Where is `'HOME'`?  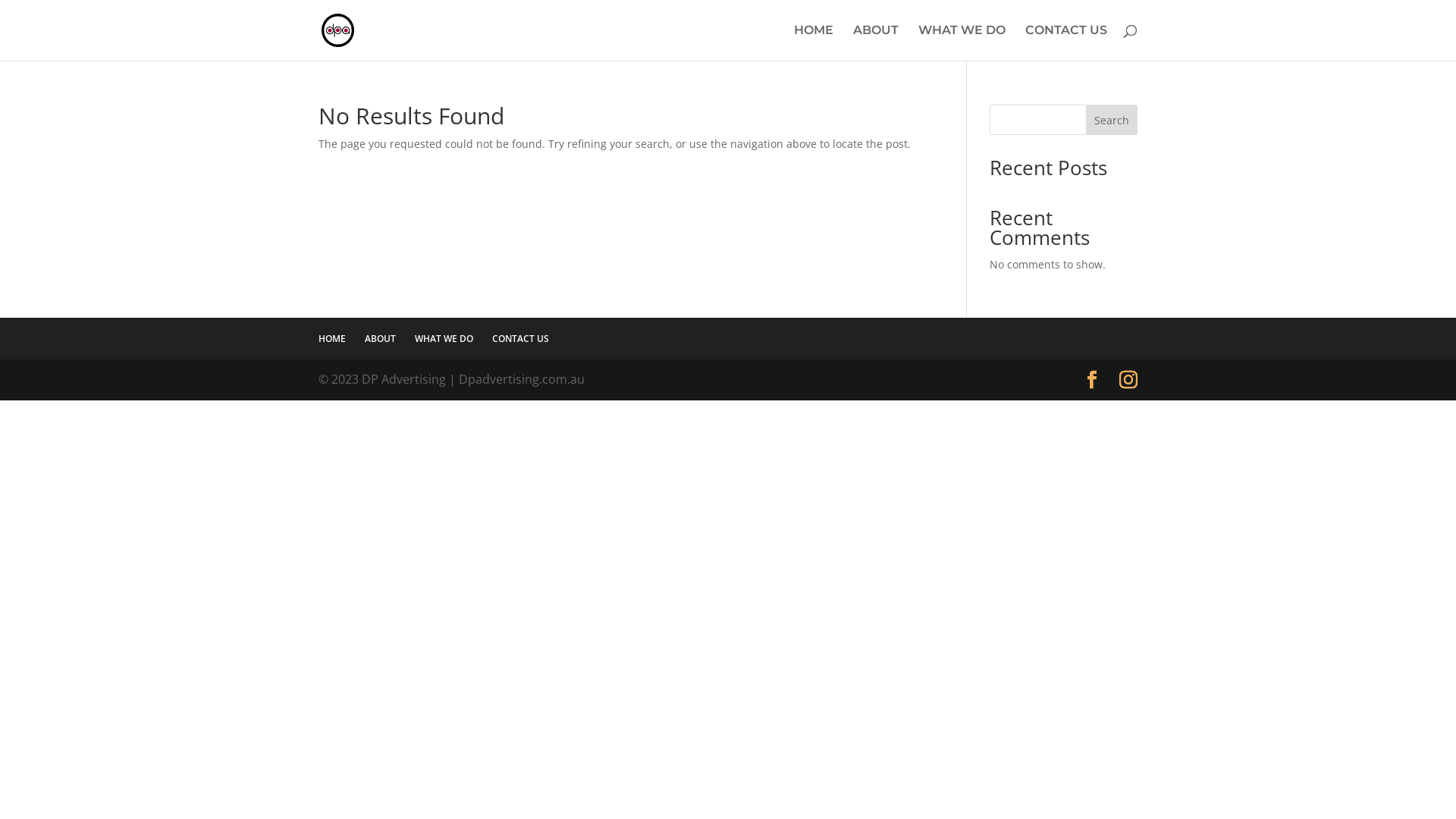 'HOME' is located at coordinates (331, 337).